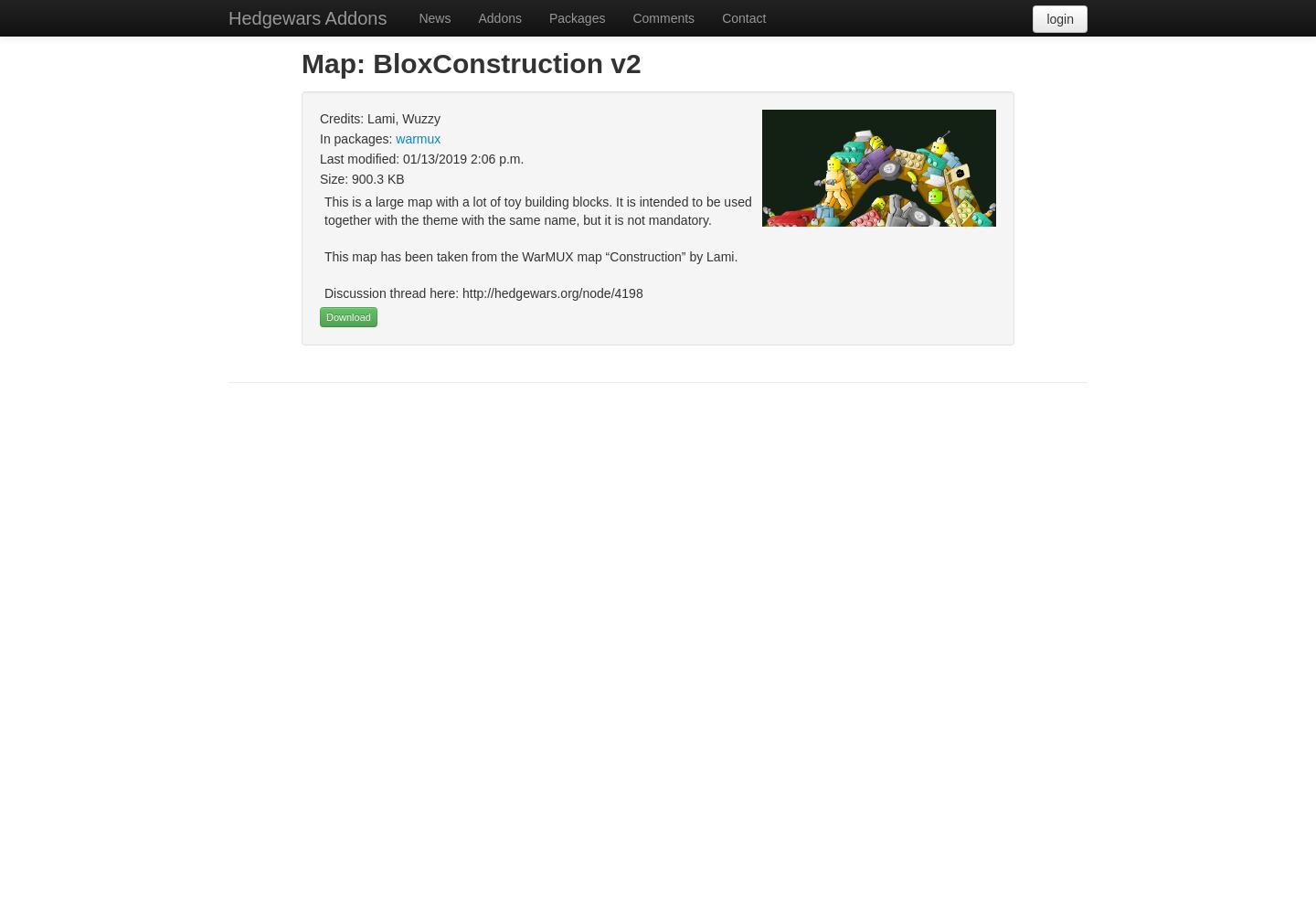 This screenshot has height=914, width=1316. Describe the element at coordinates (379, 119) in the screenshot. I see `'Credits: Lami, Wuzzy'` at that location.